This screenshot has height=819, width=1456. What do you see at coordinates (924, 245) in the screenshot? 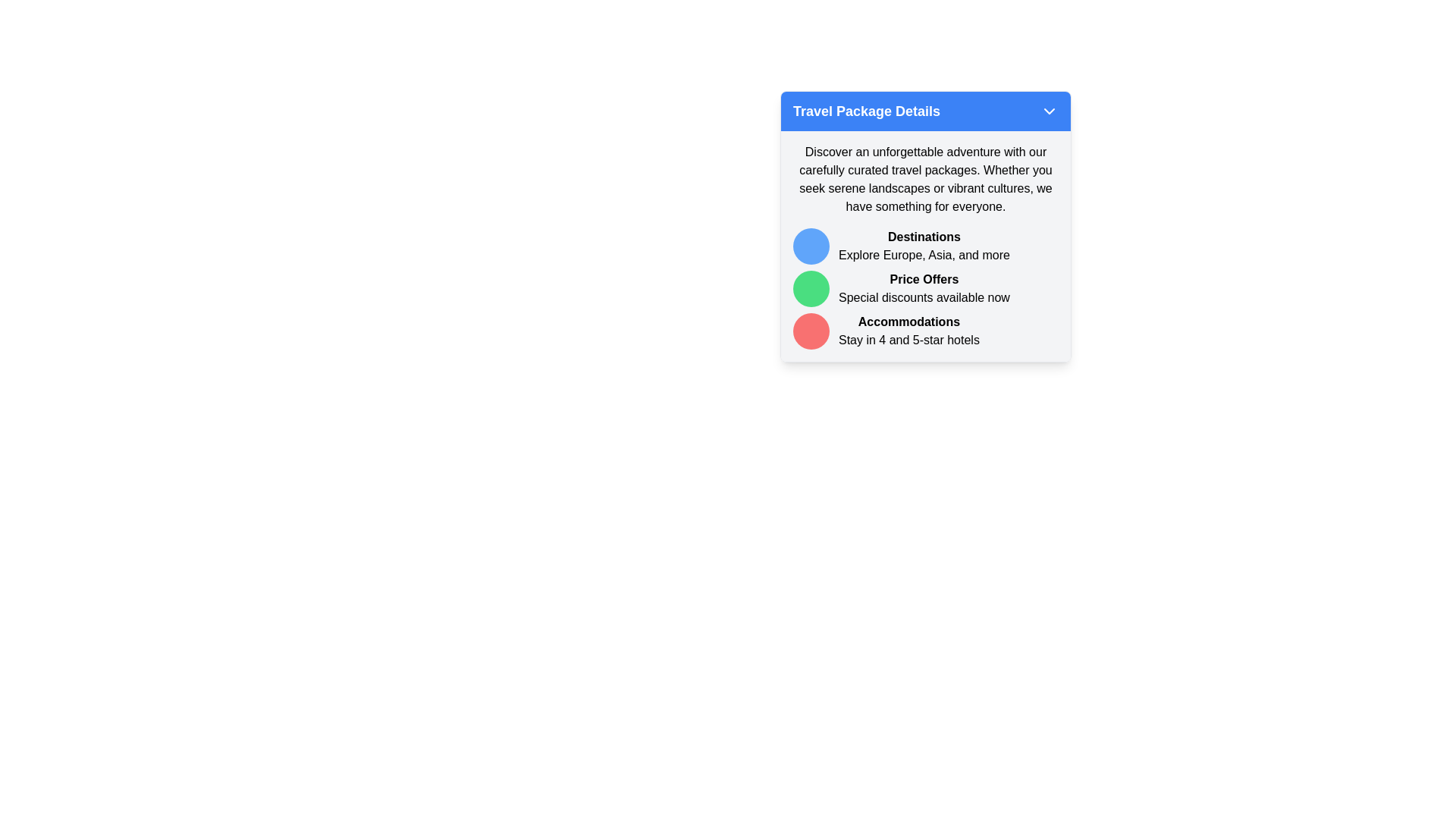
I see `the Text block that contains the title 'Destinations' and the subtitle 'Explore Europe, Asia, and more'` at bounding box center [924, 245].